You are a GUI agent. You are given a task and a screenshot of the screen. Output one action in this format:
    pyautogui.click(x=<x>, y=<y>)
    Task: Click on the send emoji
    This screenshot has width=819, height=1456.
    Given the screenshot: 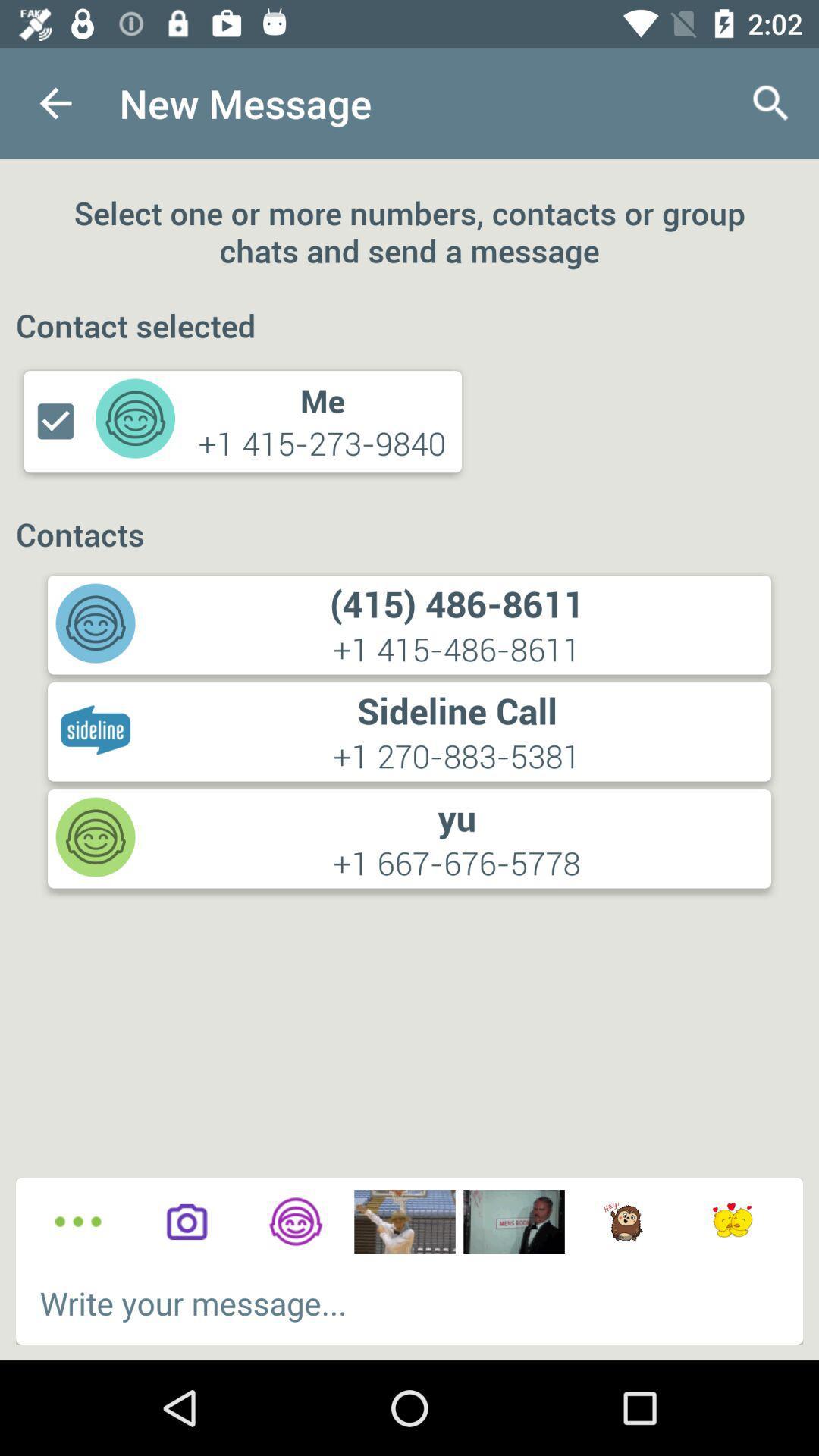 What is the action you would take?
    pyautogui.click(x=731, y=1222)
    